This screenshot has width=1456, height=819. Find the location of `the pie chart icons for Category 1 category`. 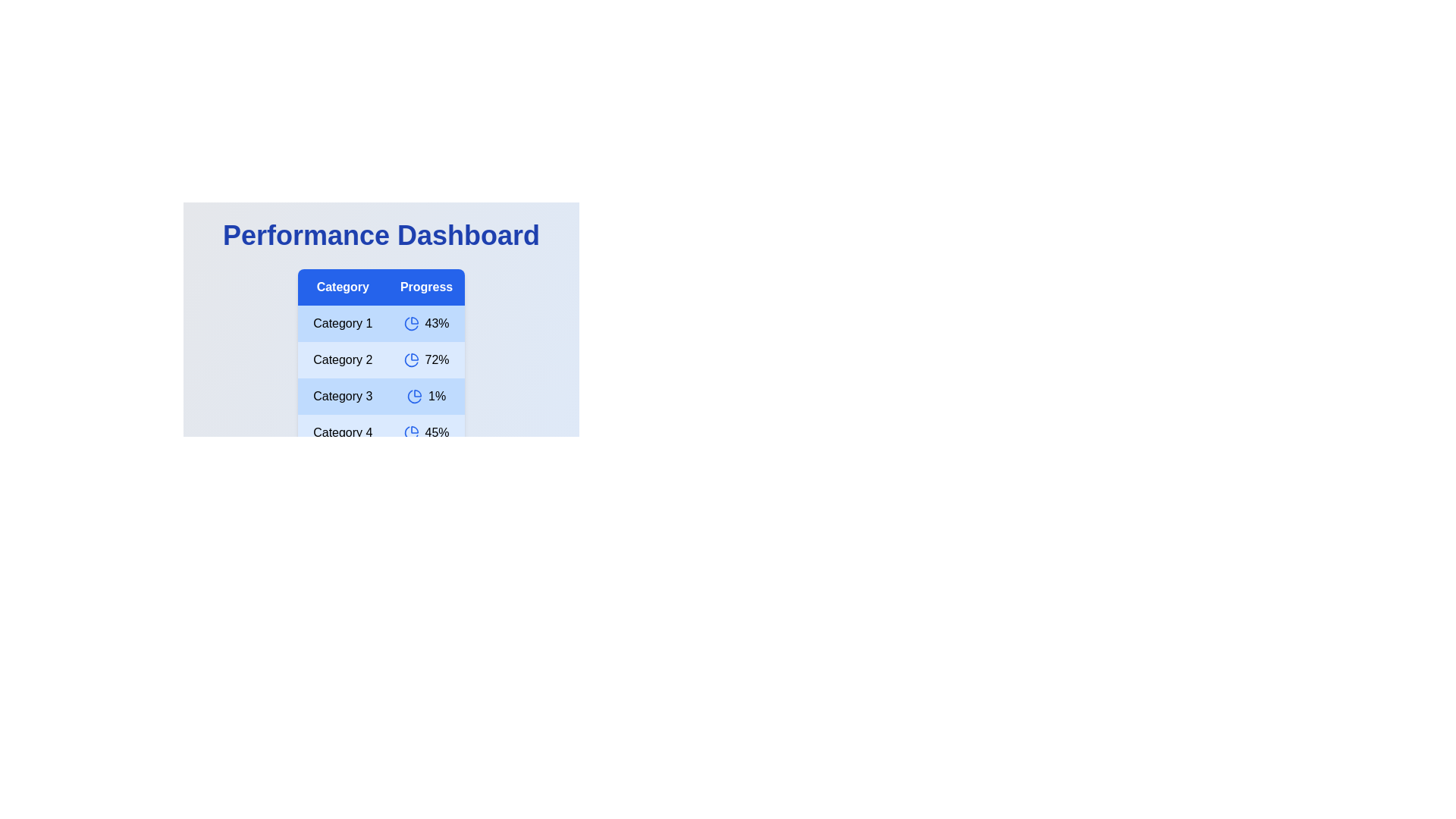

the pie chart icons for Category 1 category is located at coordinates (411, 323).